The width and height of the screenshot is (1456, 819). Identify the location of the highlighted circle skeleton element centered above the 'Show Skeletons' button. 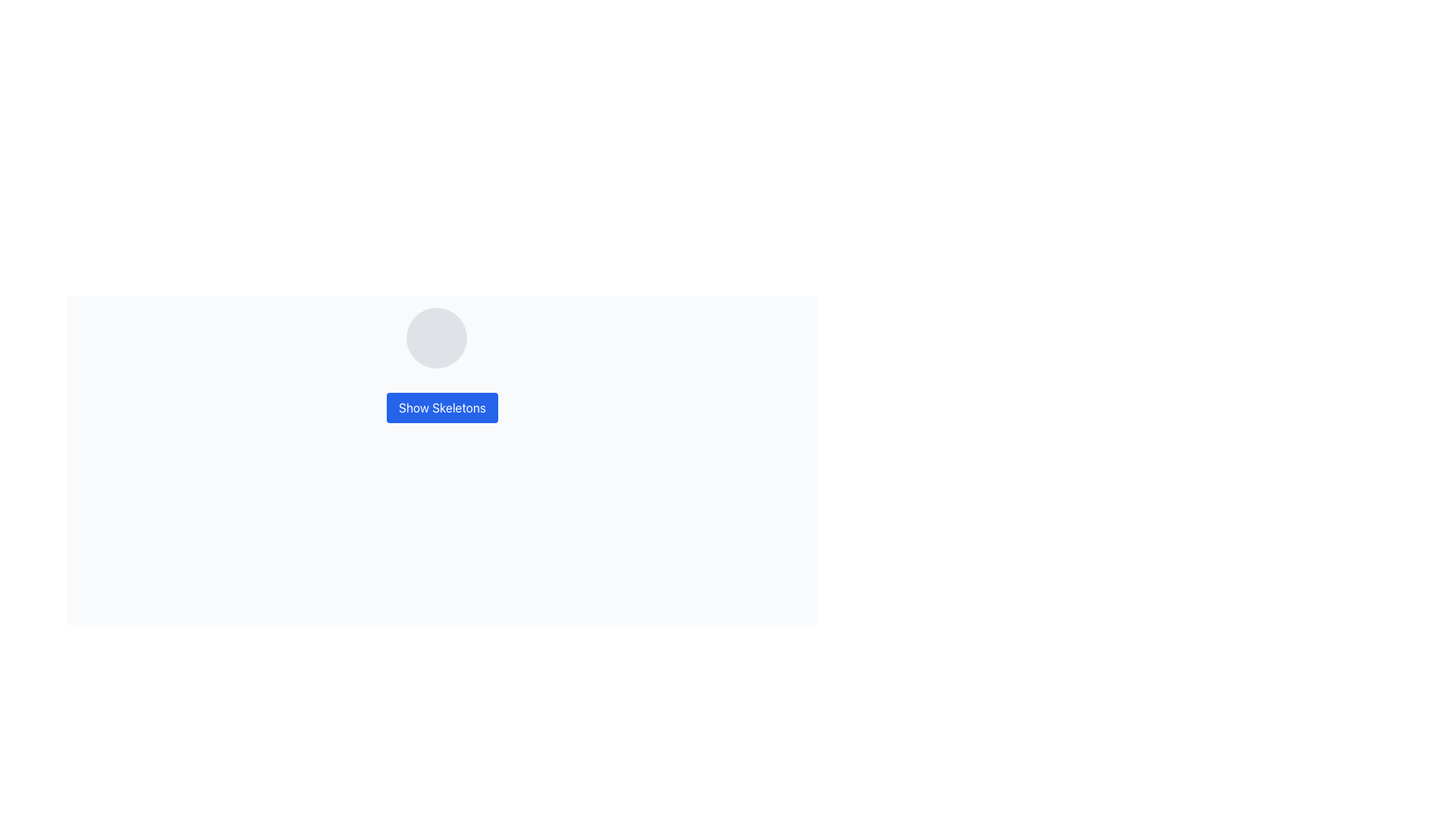
(441, 337).